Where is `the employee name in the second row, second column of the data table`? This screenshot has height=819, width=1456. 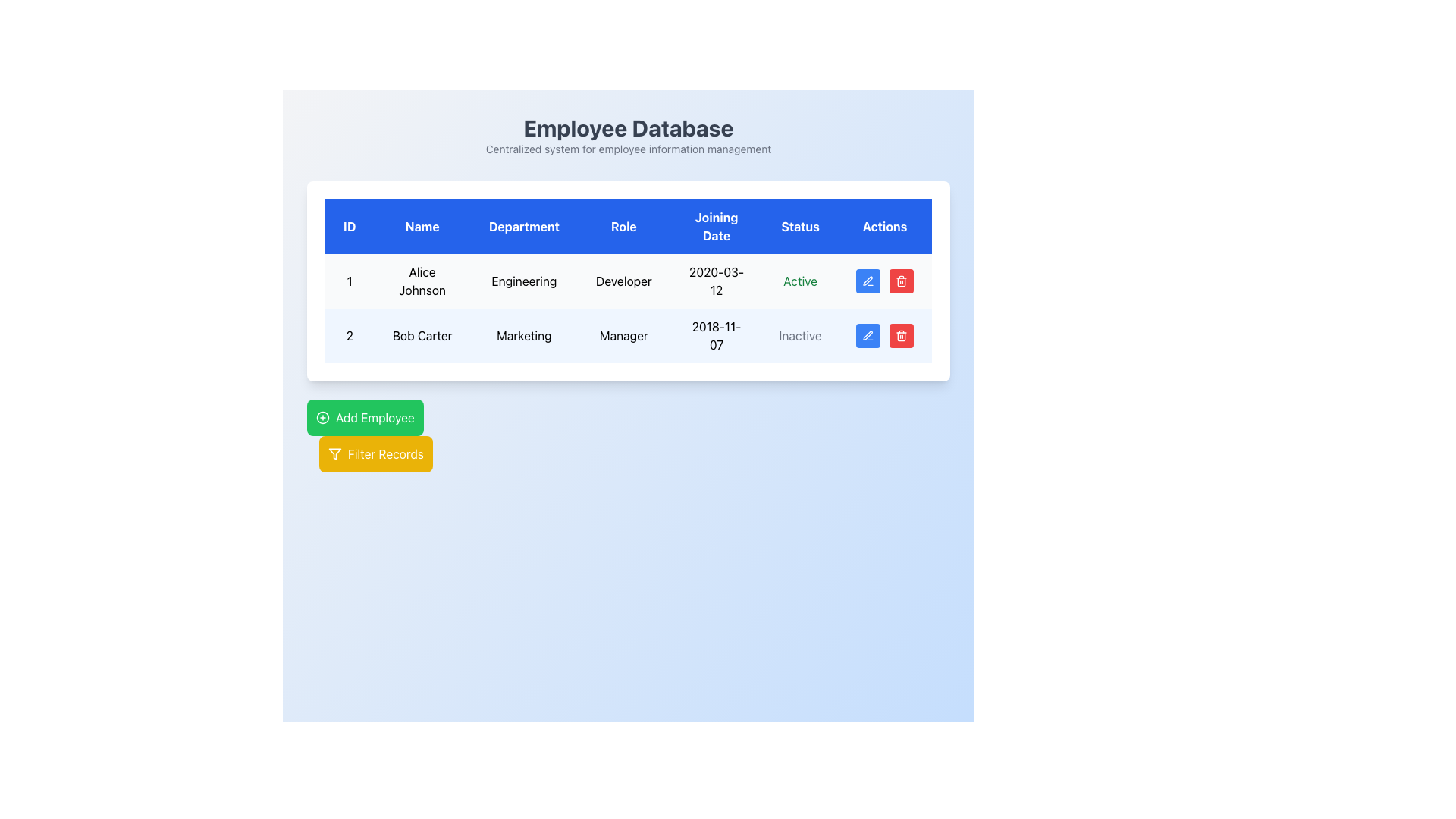 the employee name in the second row, second column of the data table is located at coordinates (422, 335).